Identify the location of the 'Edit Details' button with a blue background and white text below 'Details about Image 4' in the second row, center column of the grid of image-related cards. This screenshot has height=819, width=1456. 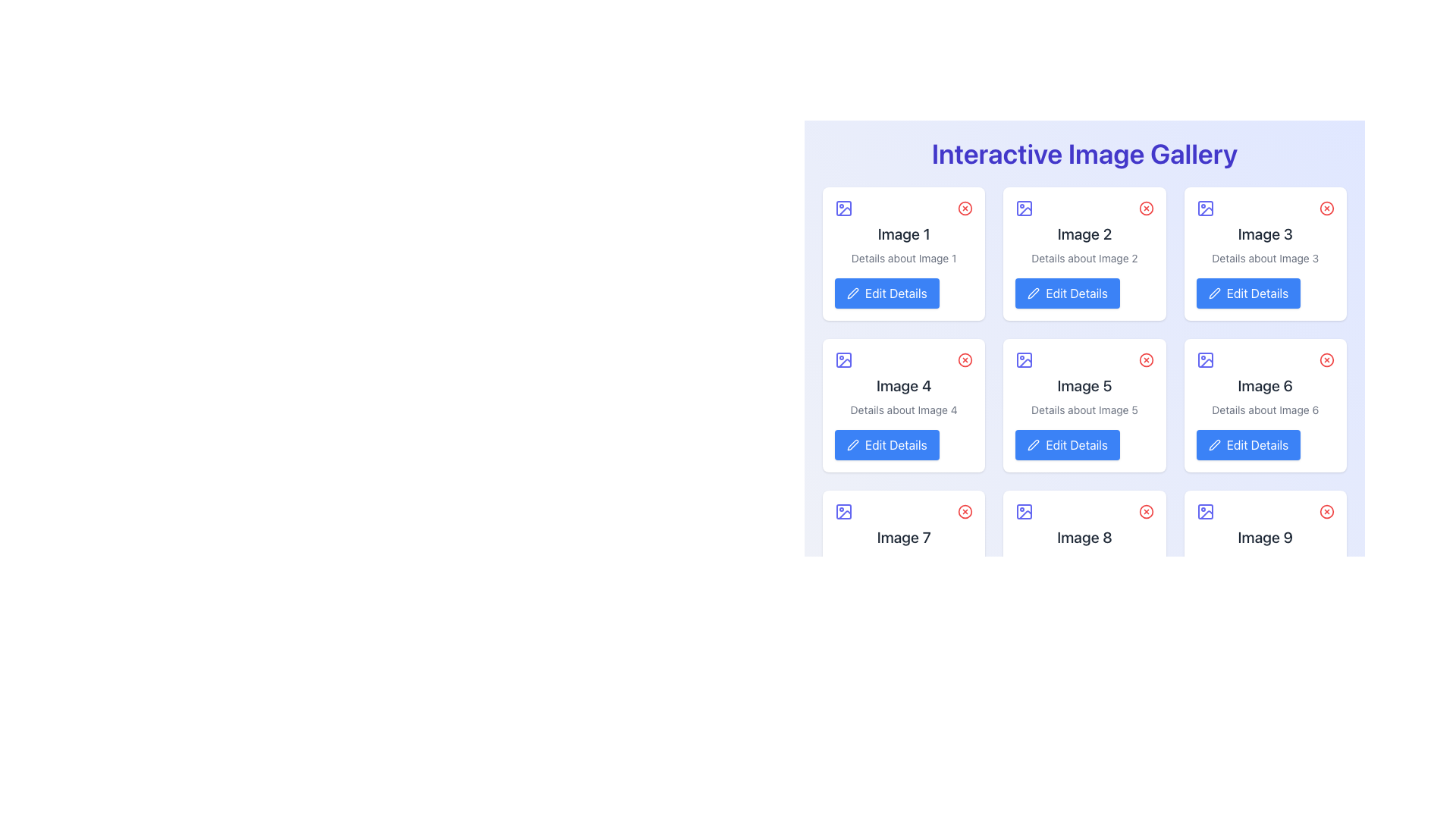
(886, 444).